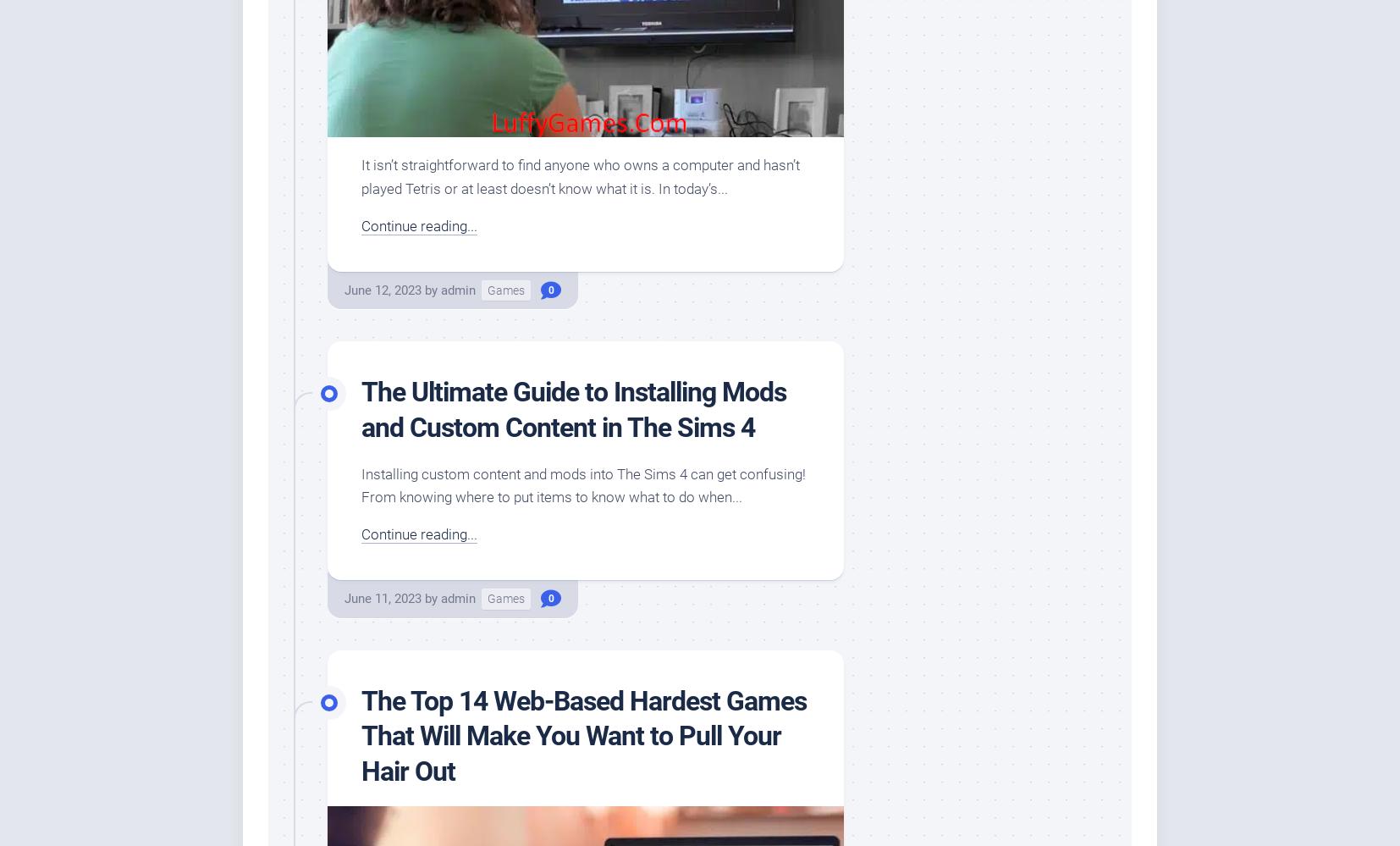 The height and width of the screenshot is (846, 1400). I want to click on 'June 12, 2023', so click(383, 289).